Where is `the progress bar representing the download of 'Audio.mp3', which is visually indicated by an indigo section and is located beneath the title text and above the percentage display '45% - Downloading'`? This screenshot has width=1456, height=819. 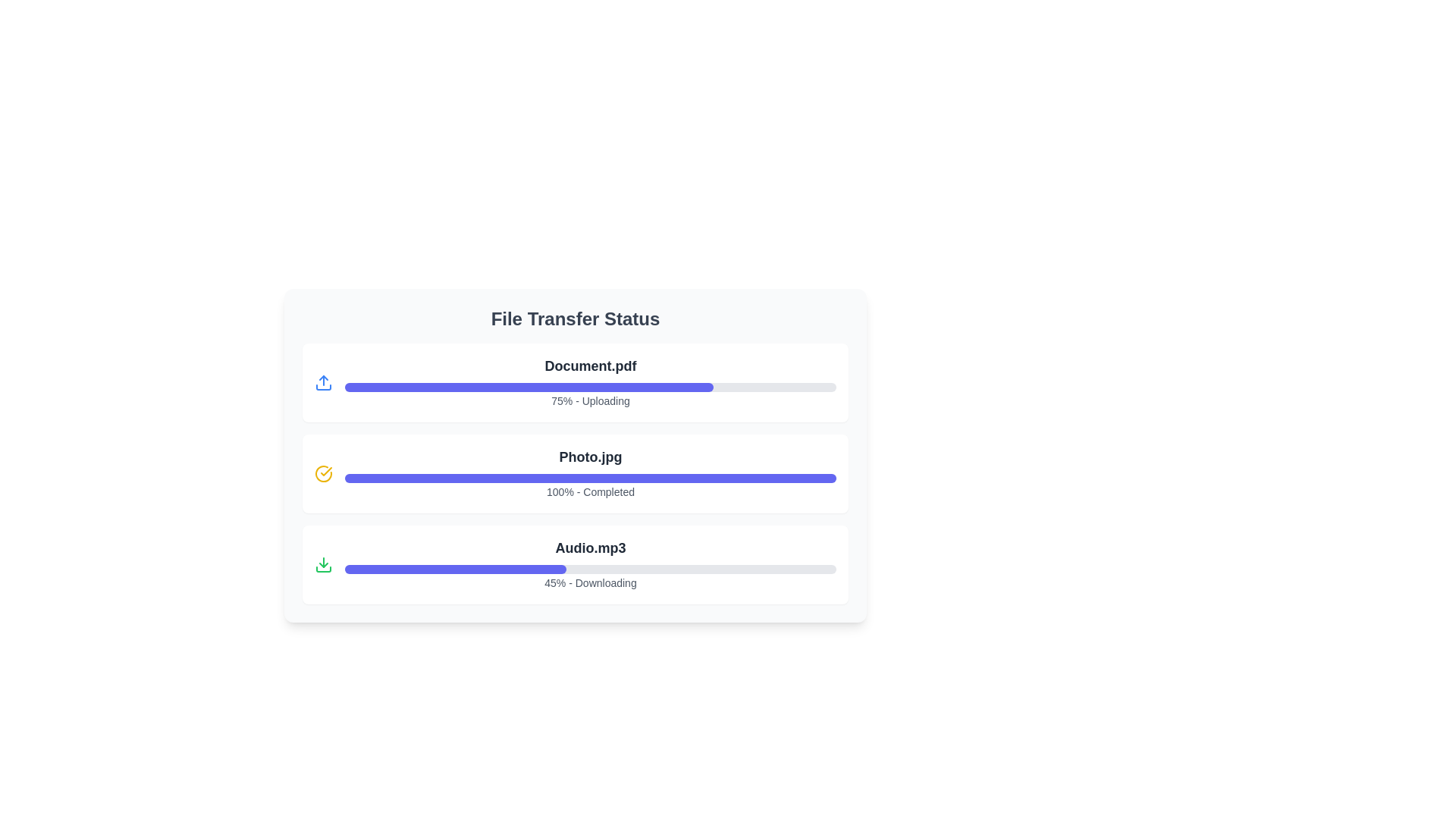
the progress bar representing the download of 'Audio.mp3', which is visually indicated by an indigo section and is located beneath the title text and above the percentage display '45% - Downloading' is located at coordinates (589, 570).